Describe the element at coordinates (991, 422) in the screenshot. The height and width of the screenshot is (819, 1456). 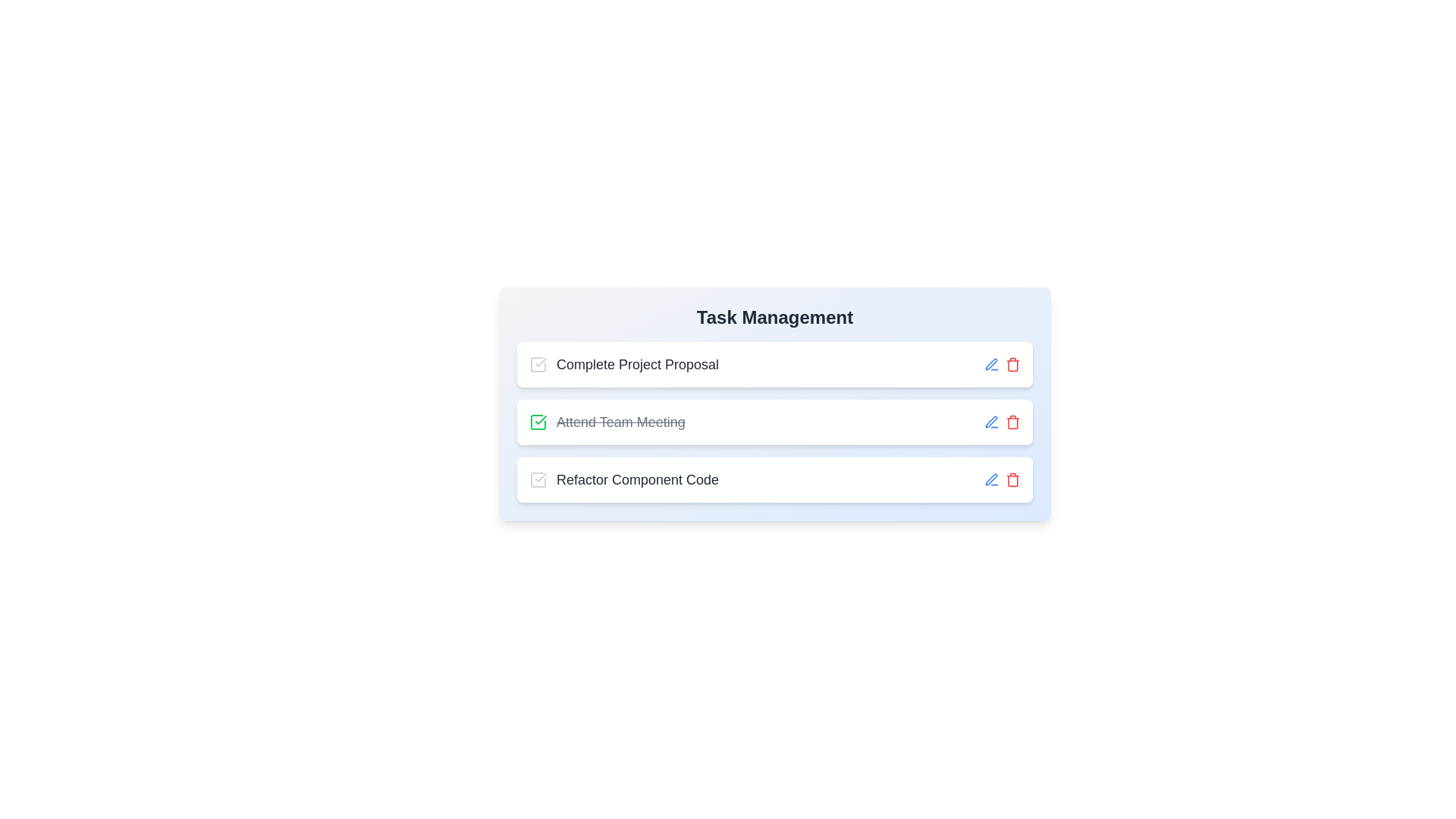
I see `the edit icon component located at the top of the editing column in the task management interface` at that location.